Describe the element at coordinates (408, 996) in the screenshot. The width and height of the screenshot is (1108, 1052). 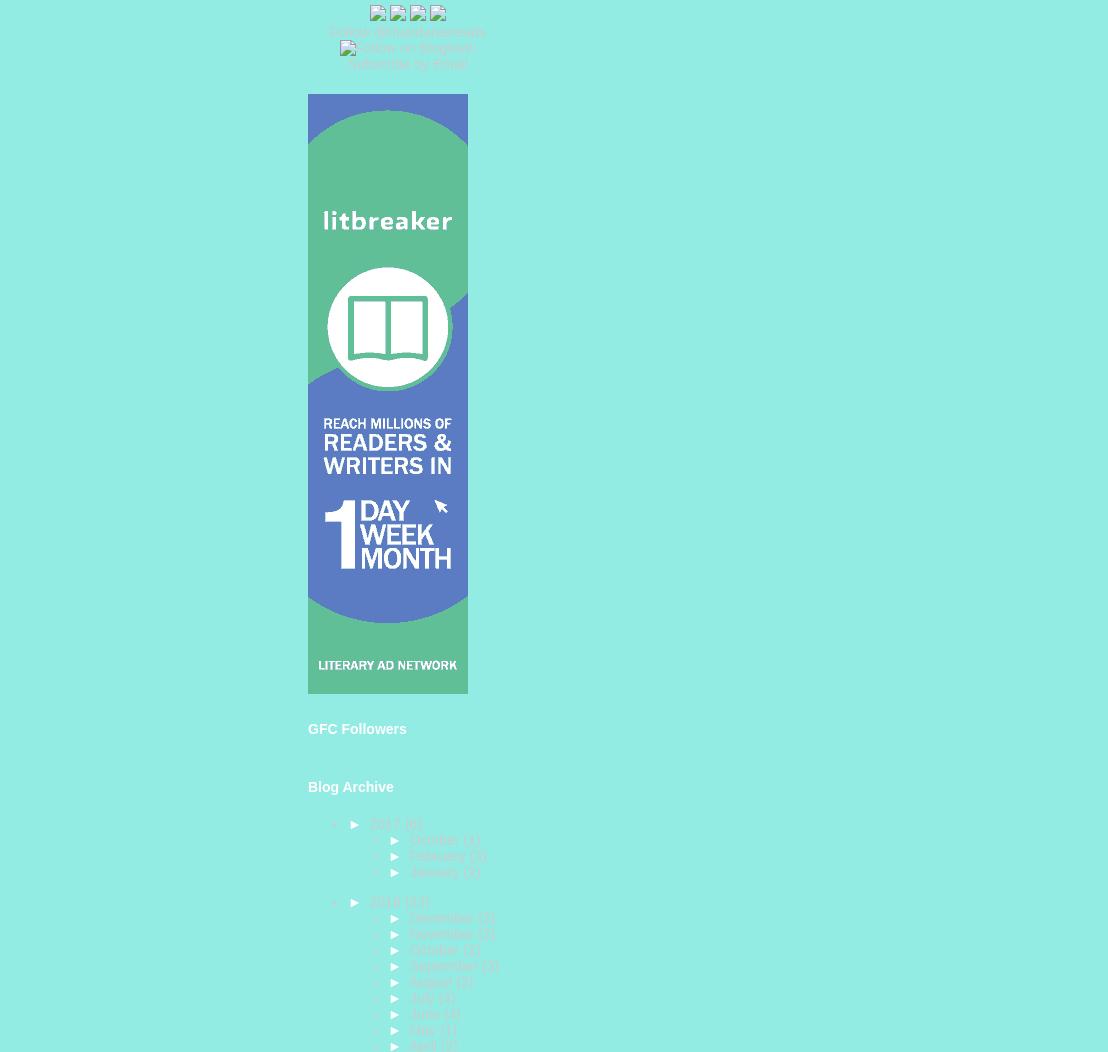
I see `'July'` at that location.